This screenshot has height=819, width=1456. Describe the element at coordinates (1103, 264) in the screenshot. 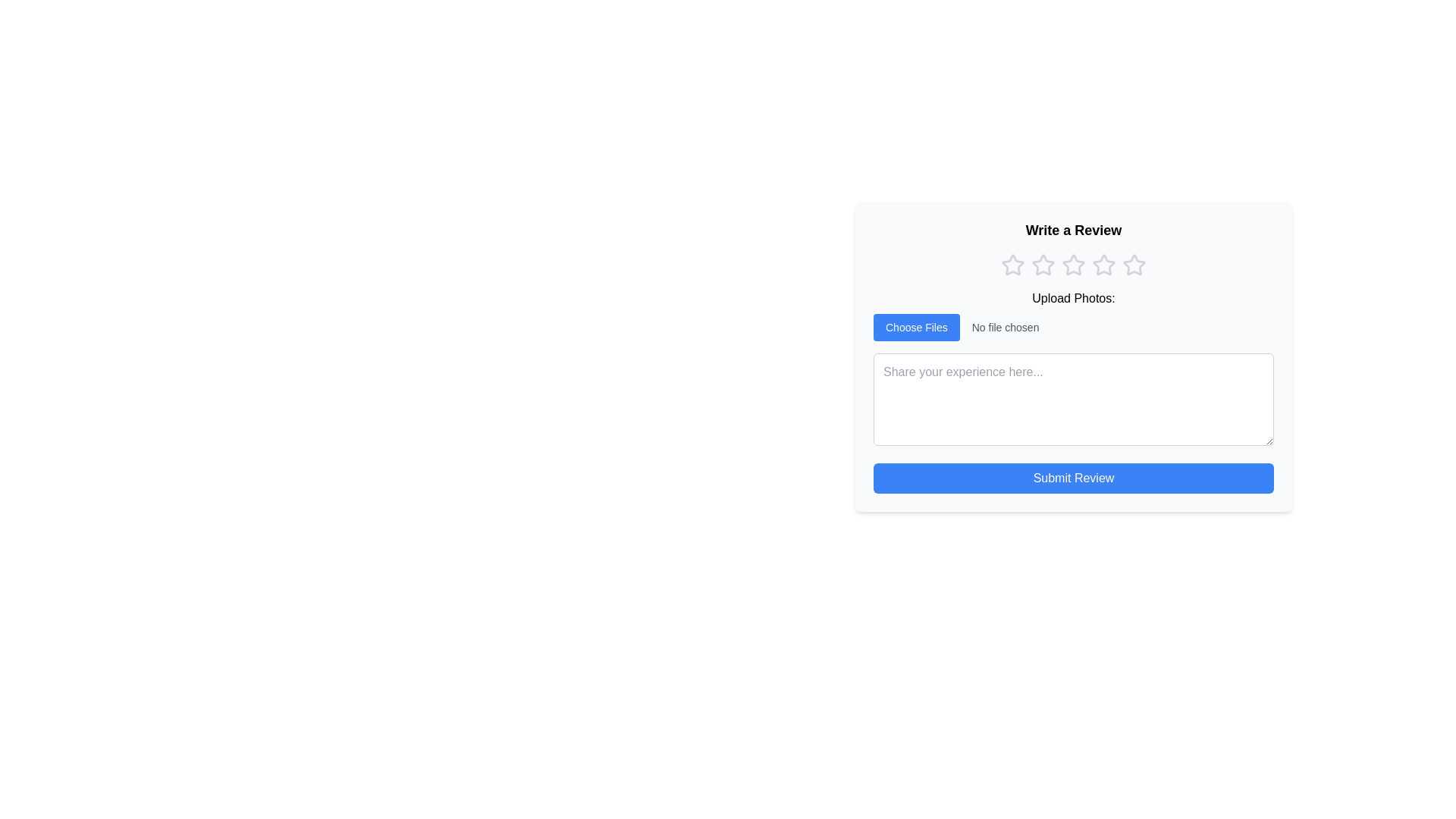

I see `the fourth star icon in the rating selection` at that location.